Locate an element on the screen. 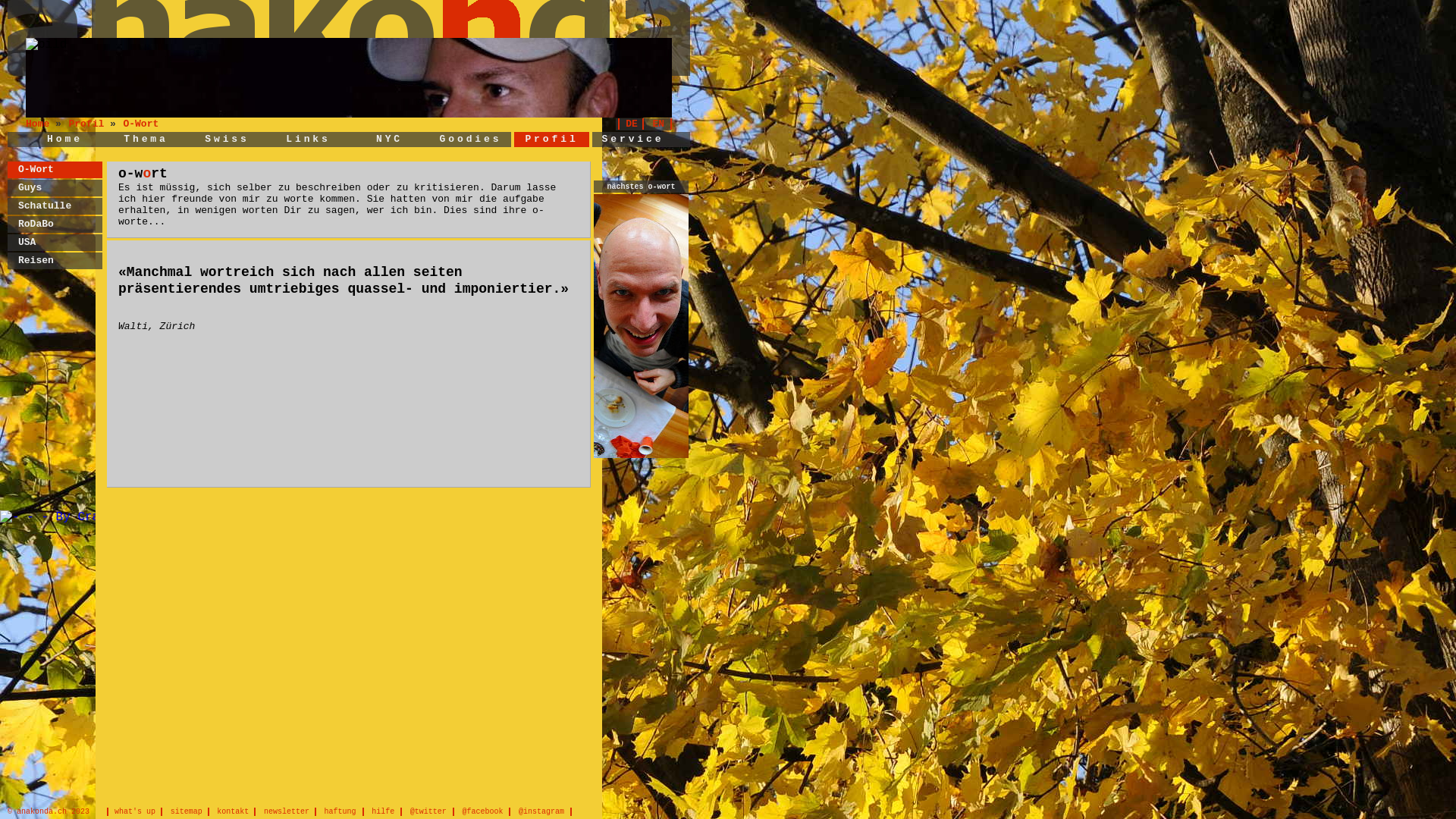 Image resolution: width=1456 pixels, height=819 pixels. 'Links' is located at coordinates (307, 139).